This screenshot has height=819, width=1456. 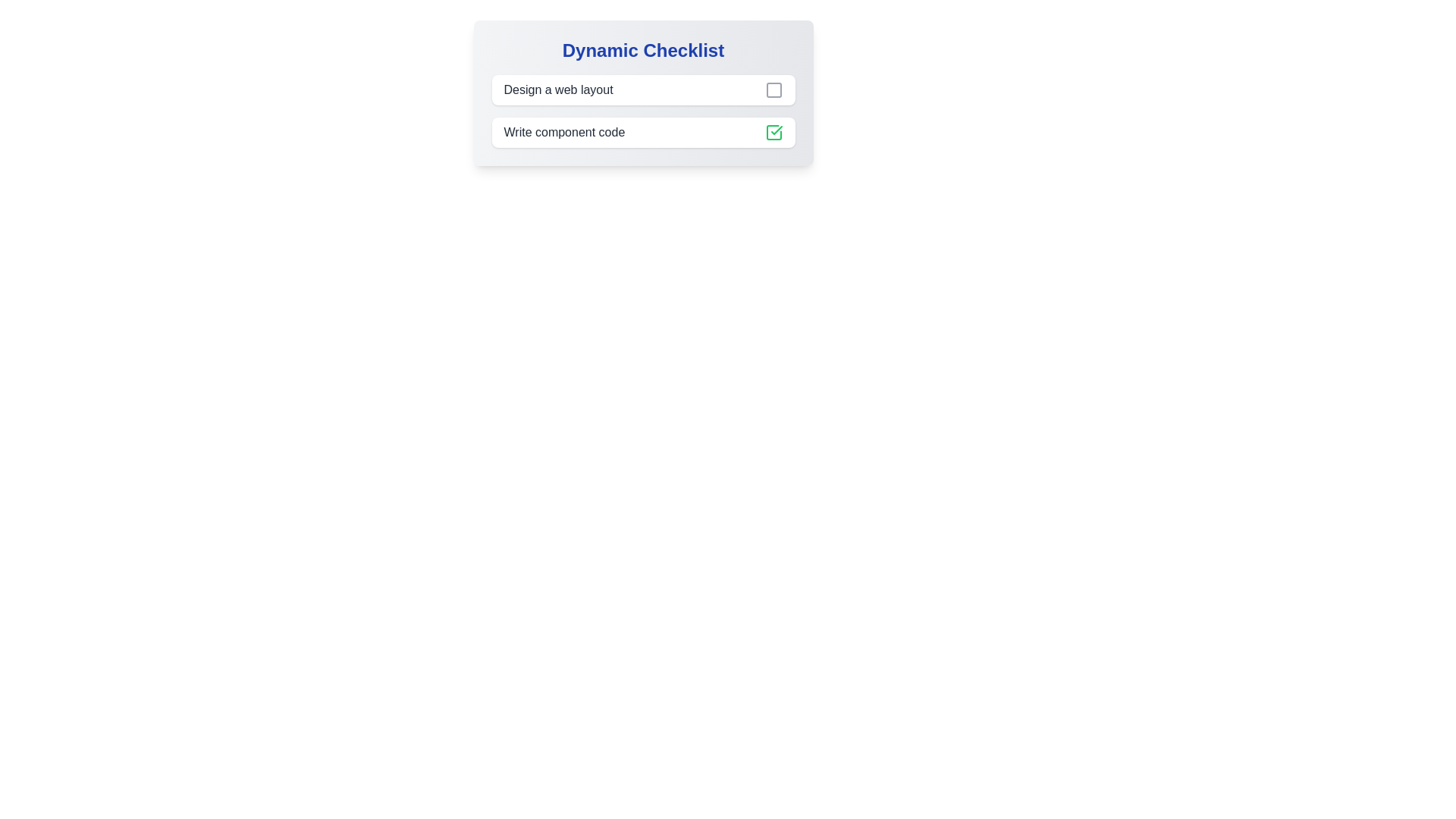 What do you see at coordinates (643, 110) in the screenshot?
I see `the unchecked checkbox next to 'Design a web layout' in the Dynamic Checklist` at bounding box center [643, 110].